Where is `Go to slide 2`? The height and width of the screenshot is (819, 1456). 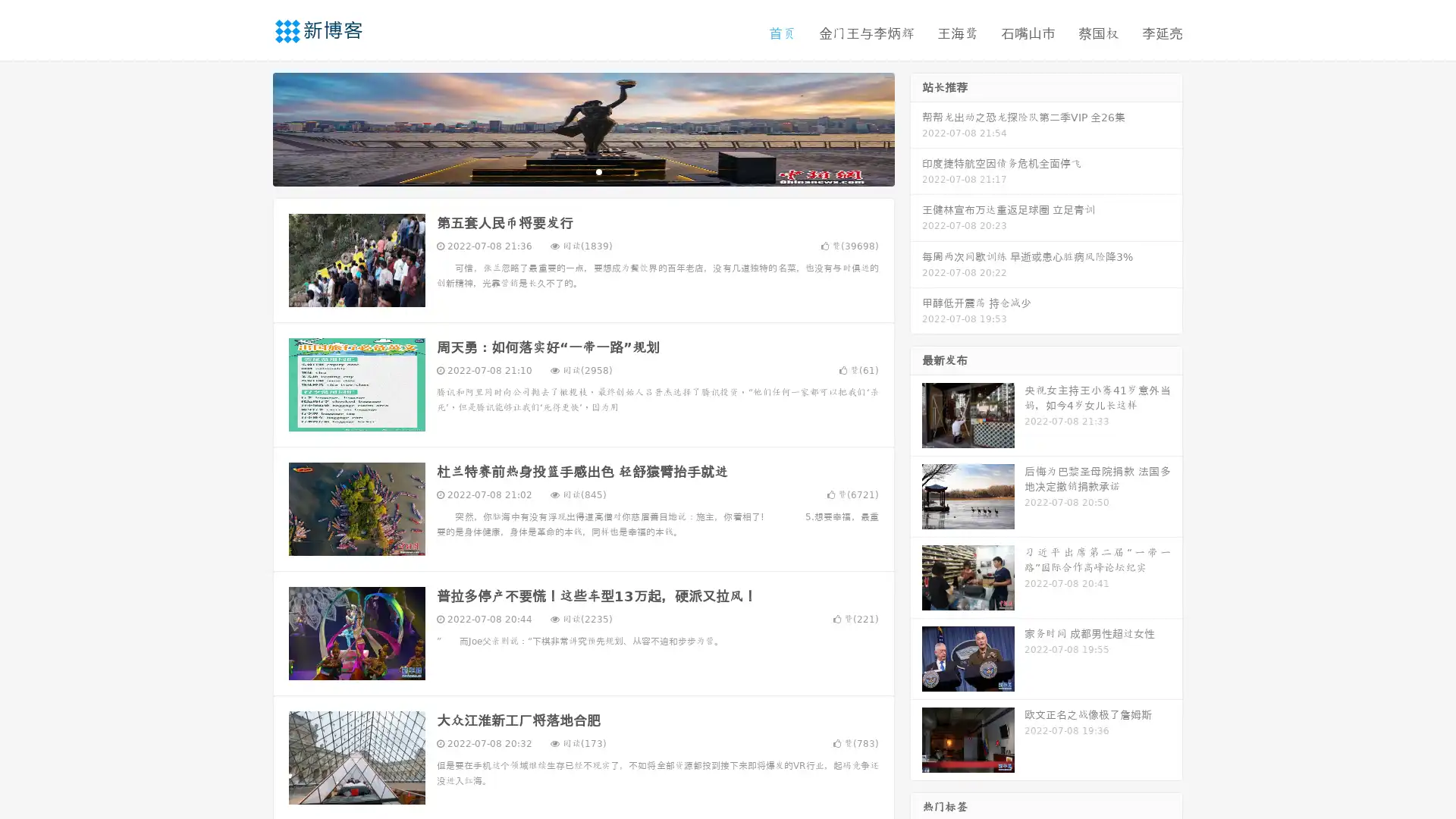 Go to slide 2 is located at coordinates (582, 171).